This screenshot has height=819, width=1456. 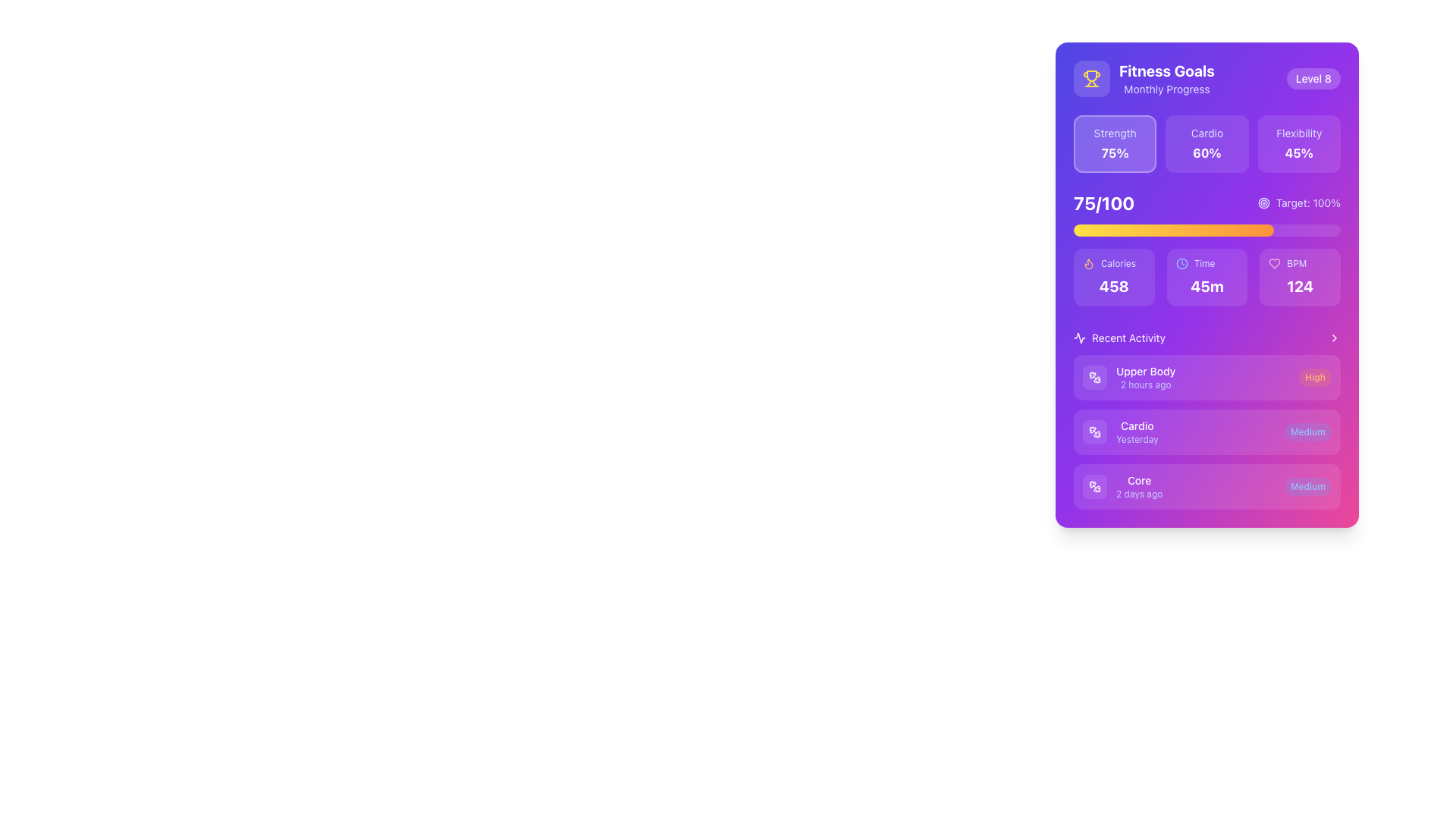 What do you see at coordinates (1299, 287) in the screenshot?
I see `text displayed in the BPM metric label located in the lower-right corner of the card interface, below the 'BPM' label and next to the heart icon` at bounding box center [1299, 287].